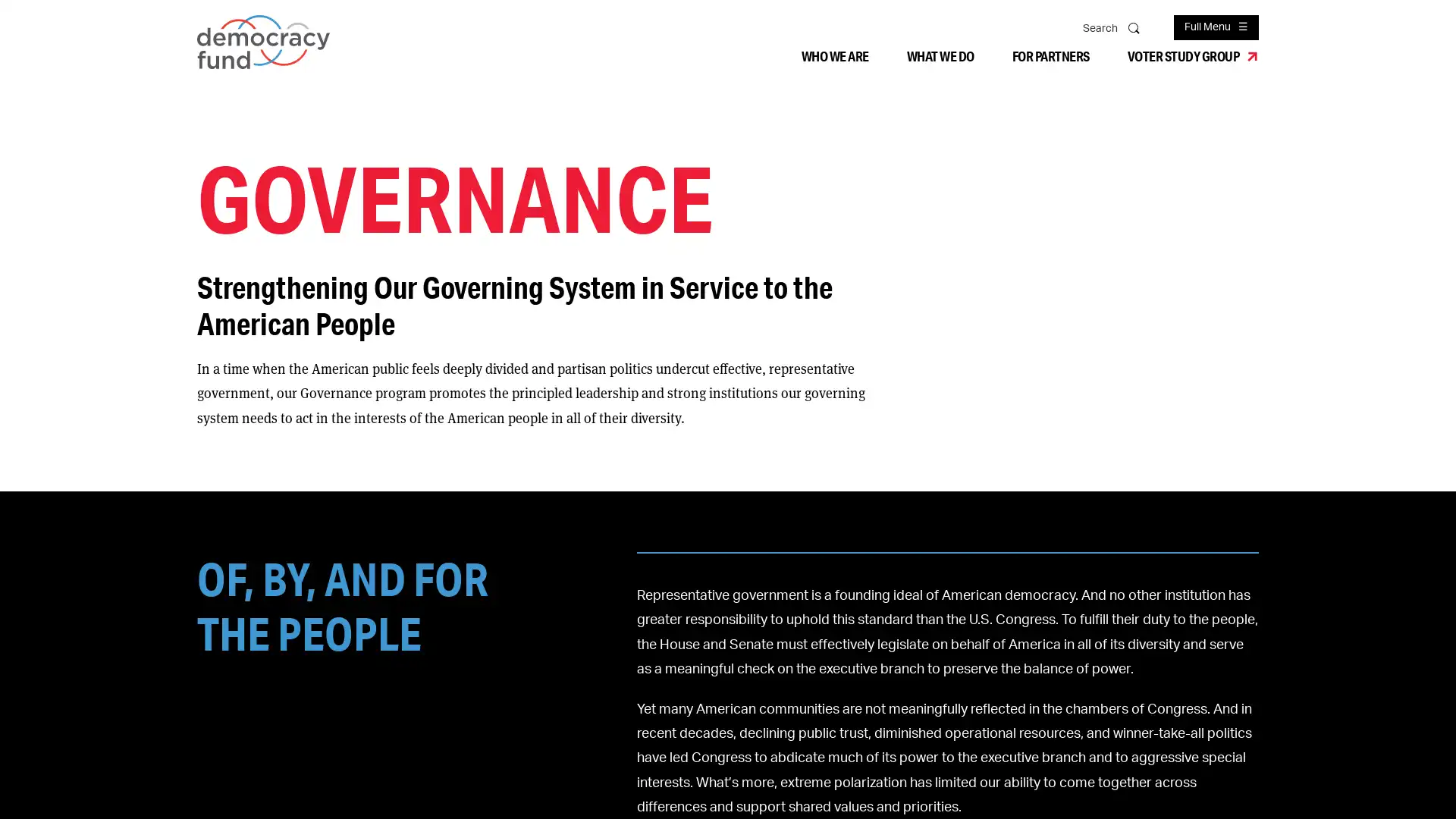  What do you see at coordinates (1135, 27) in the screenshot?
I see `Search` at bounding box center [1135, 27].